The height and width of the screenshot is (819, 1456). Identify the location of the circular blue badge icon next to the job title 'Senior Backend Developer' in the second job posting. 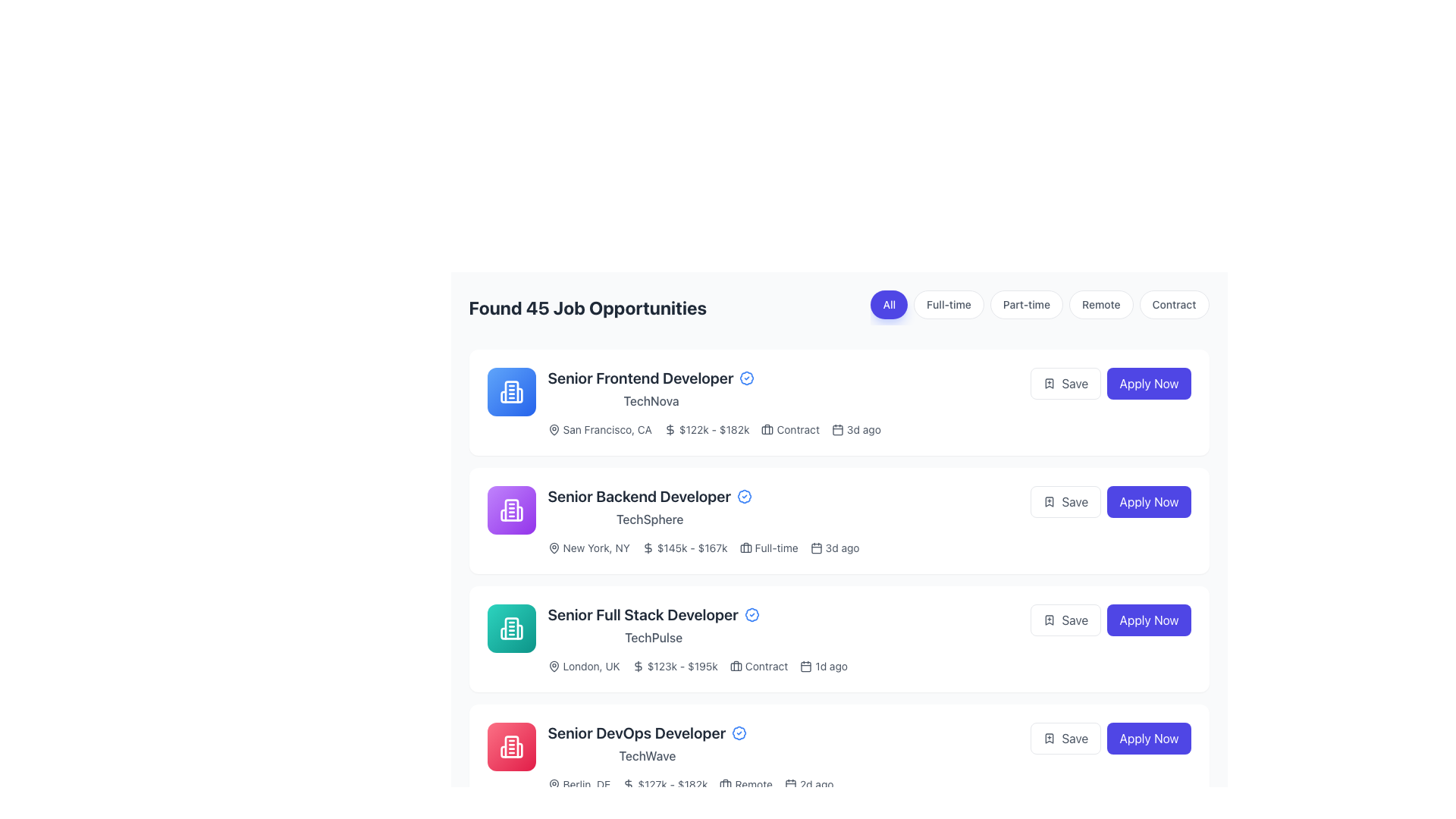
(744, 497).